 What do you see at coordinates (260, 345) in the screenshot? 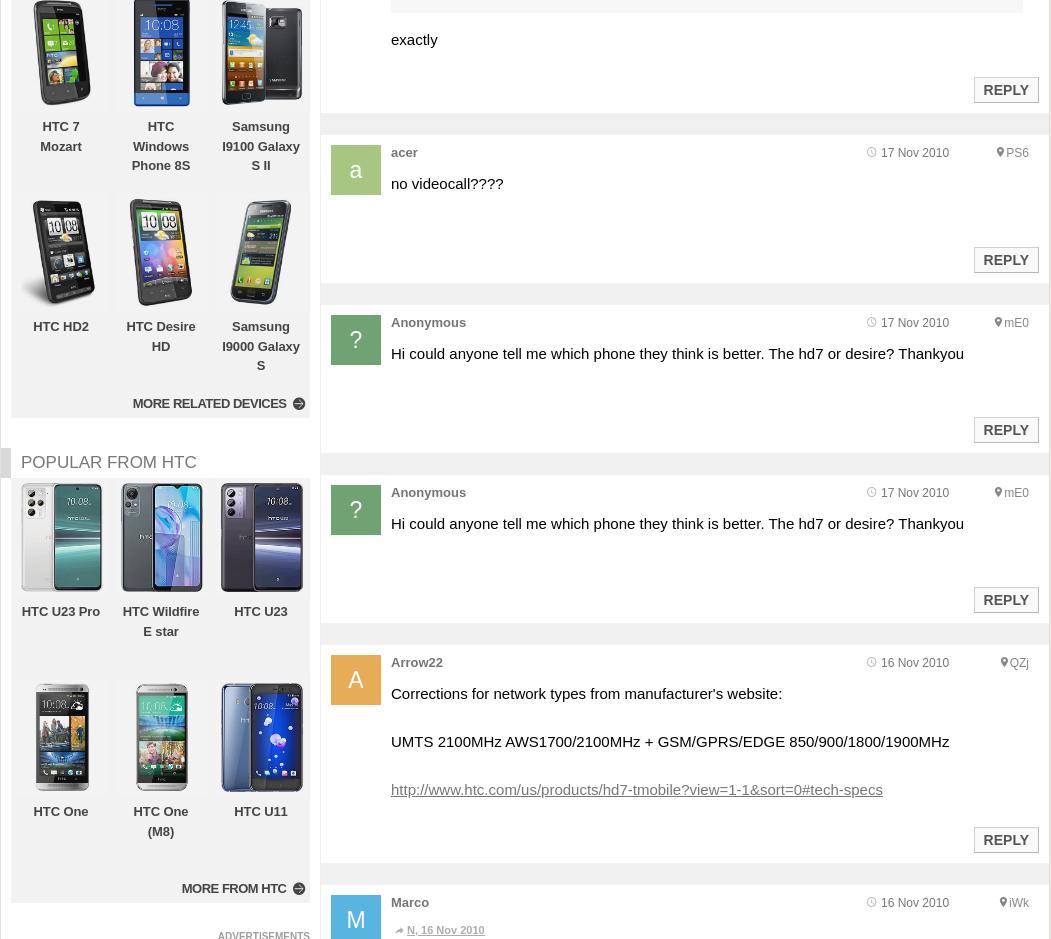
I see `'Samsung I9000 Galaxy S'` at bounding box center [260, 345].